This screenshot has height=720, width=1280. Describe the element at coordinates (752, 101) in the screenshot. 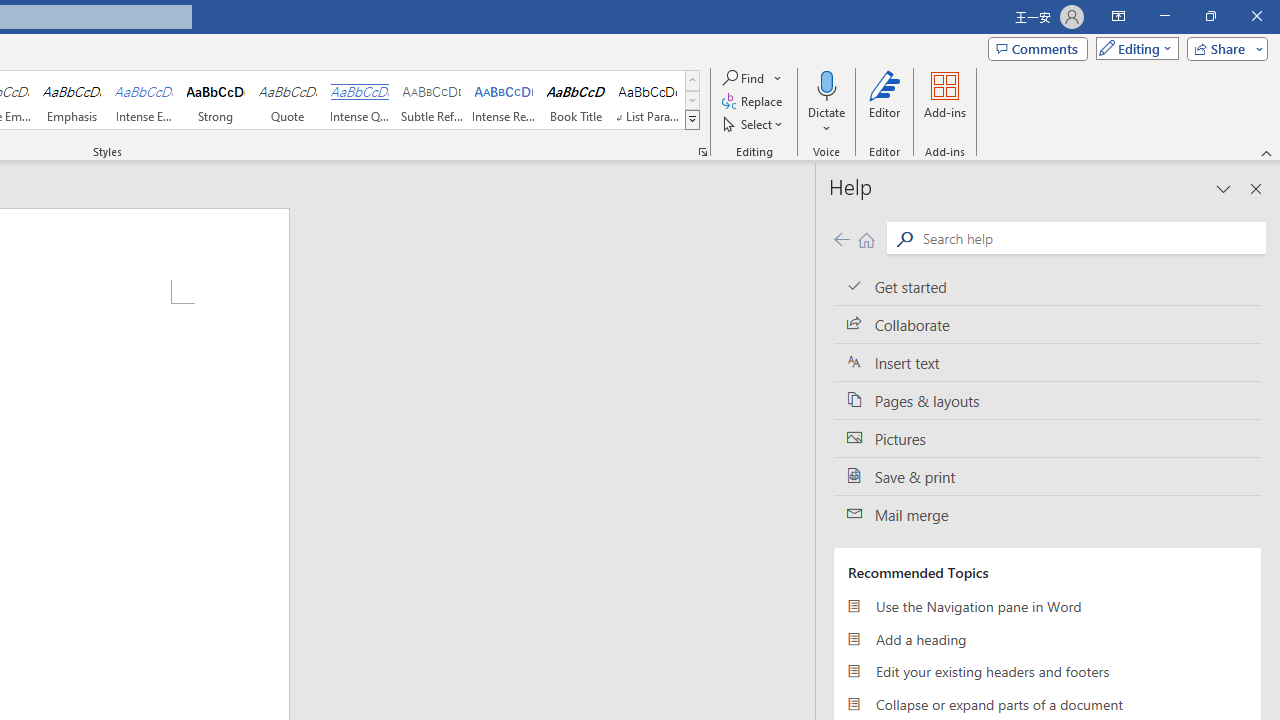

I see `'Replace...'` at that location.